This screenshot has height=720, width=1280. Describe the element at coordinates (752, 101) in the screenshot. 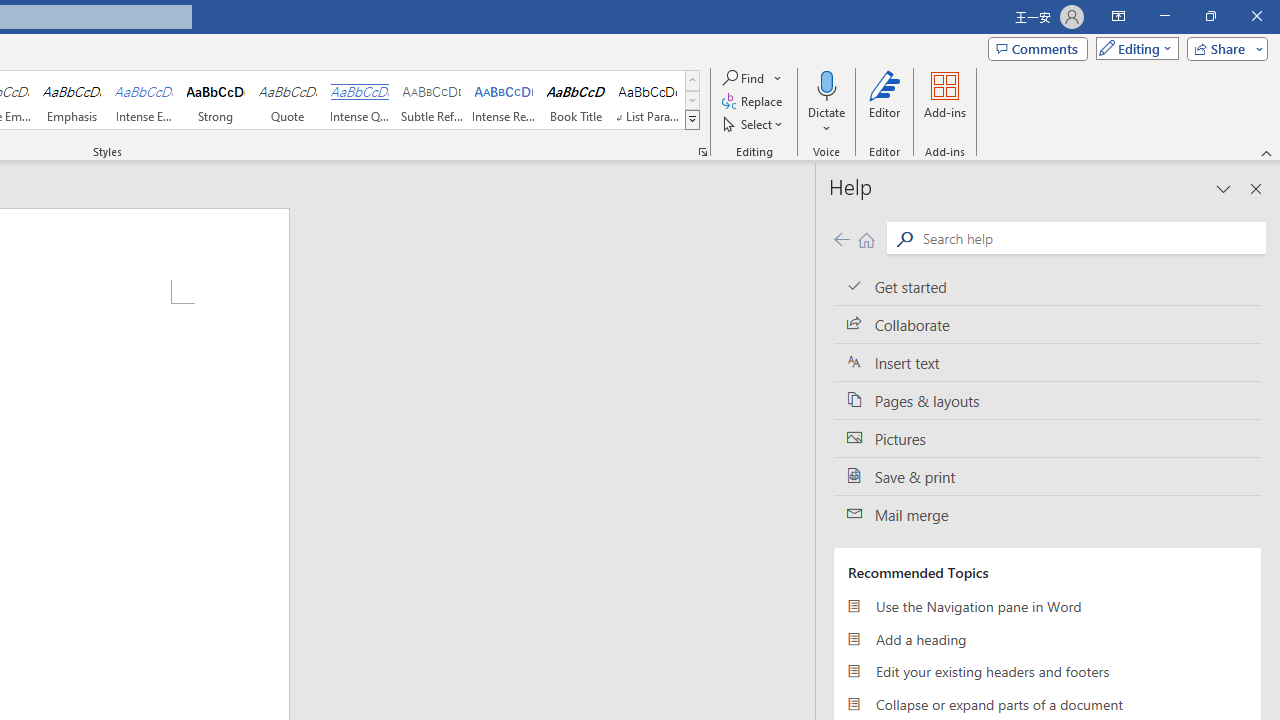

I see `'Replace...'` at that location.